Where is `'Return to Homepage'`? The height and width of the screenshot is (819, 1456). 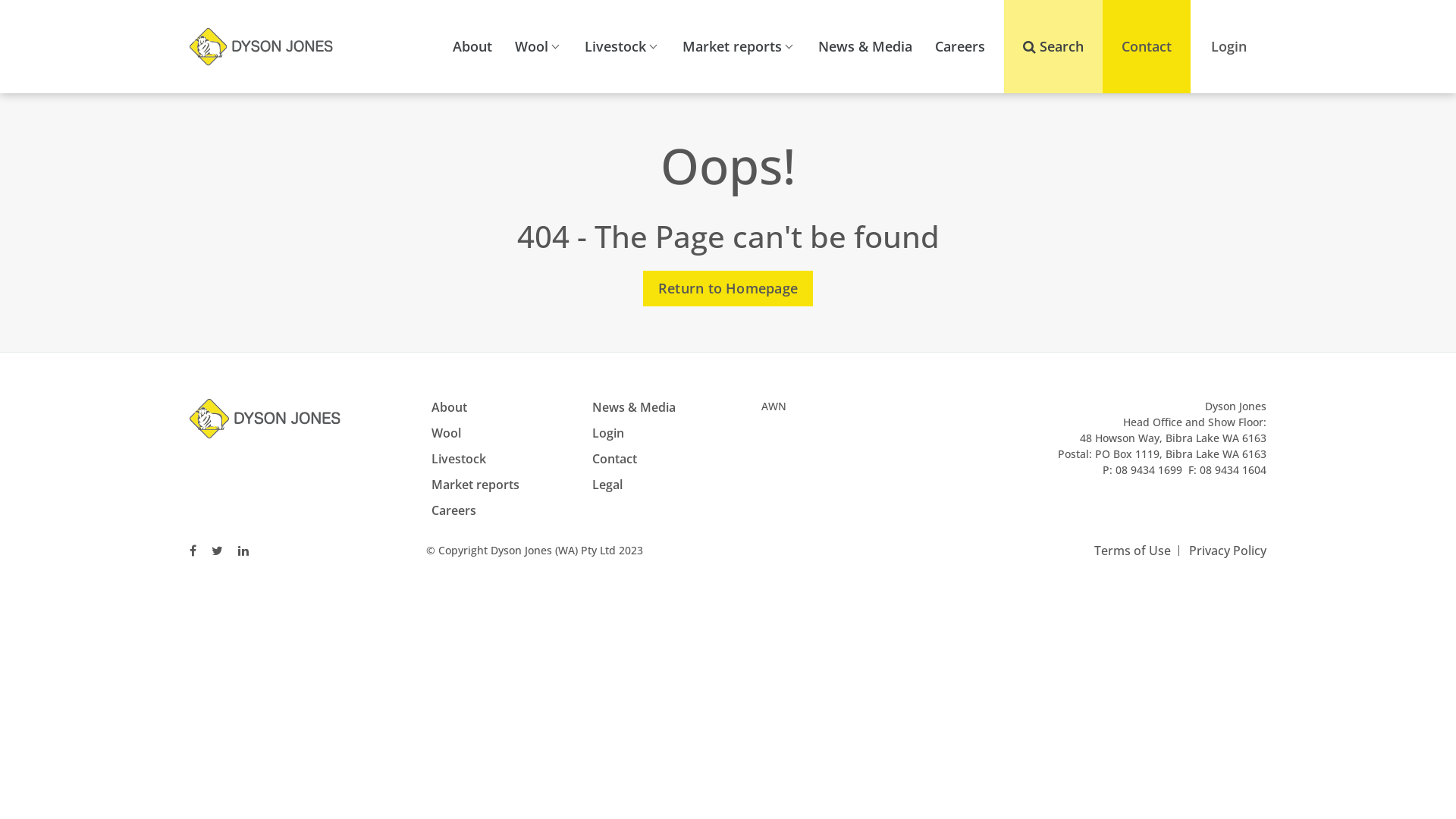
'Return to Homepage' is located at coordinates (728, 288).